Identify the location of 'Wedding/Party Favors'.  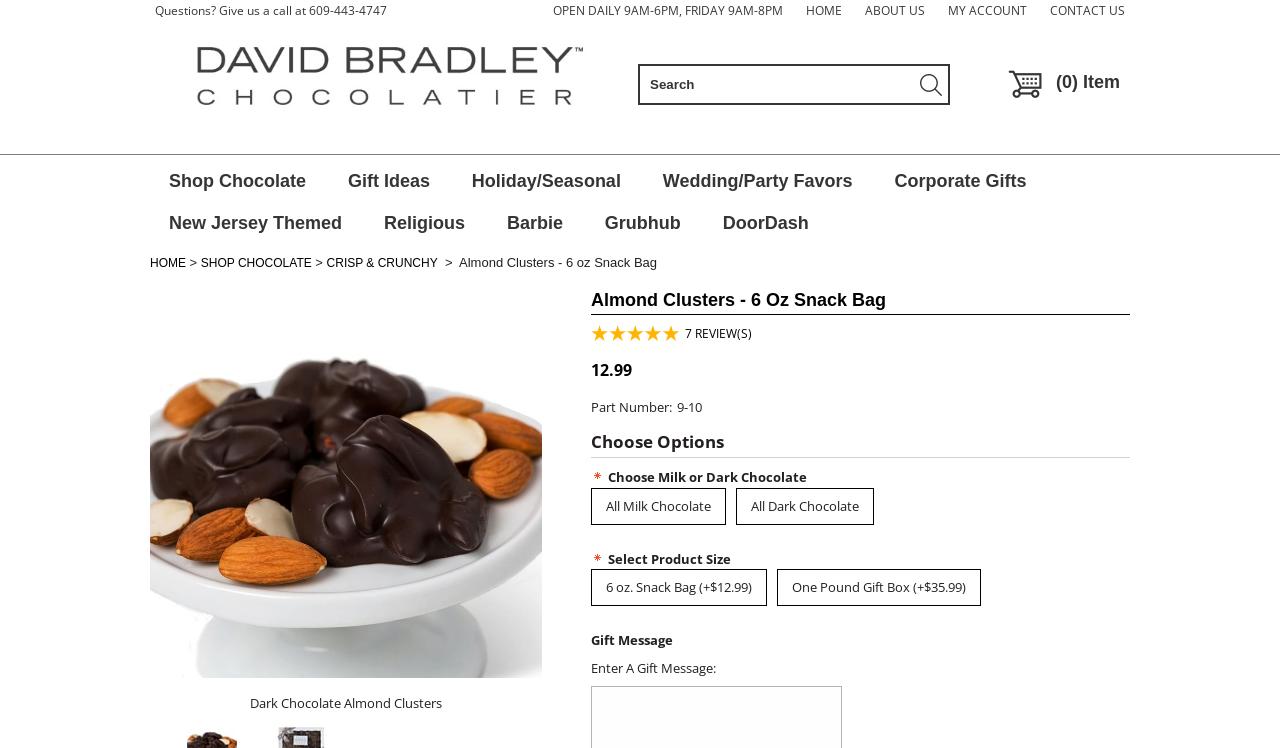
(755, 180).